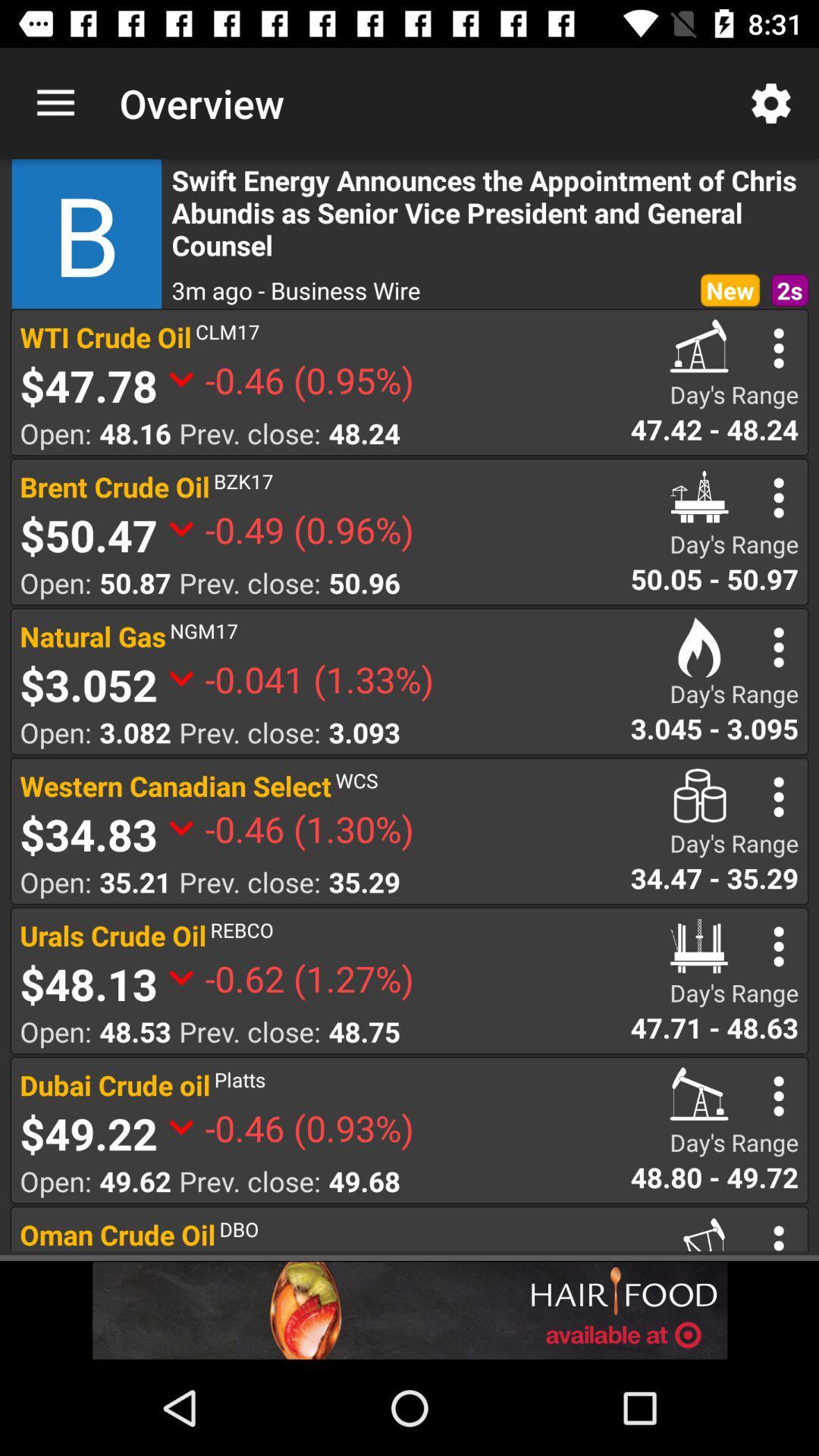  What do you see at coordinates (779, 347) in the screenshot?
I see `setting` at bounding box center [779, 347].